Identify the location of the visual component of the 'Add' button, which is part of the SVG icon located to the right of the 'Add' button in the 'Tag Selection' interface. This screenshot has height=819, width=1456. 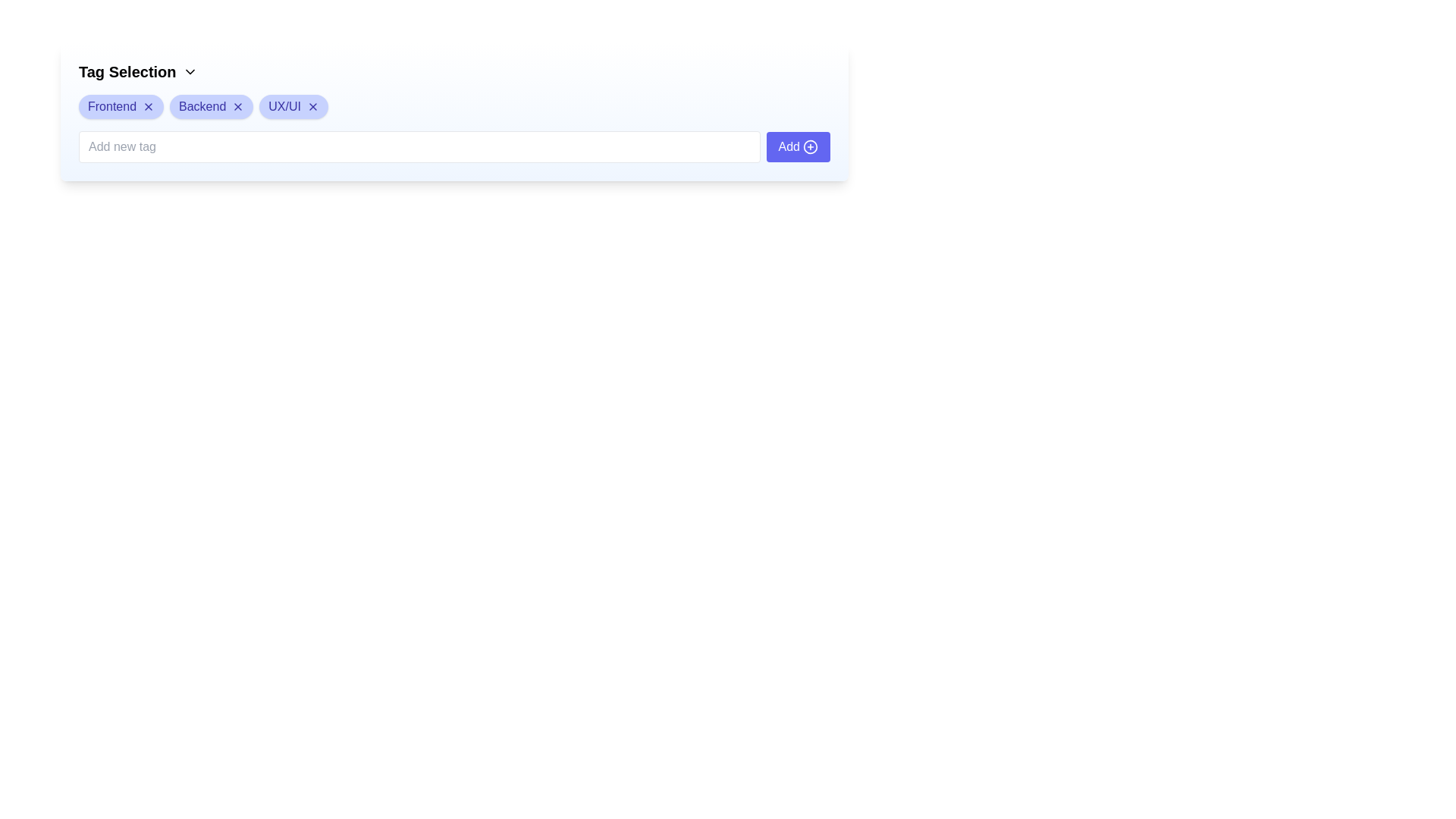
(810, 146).